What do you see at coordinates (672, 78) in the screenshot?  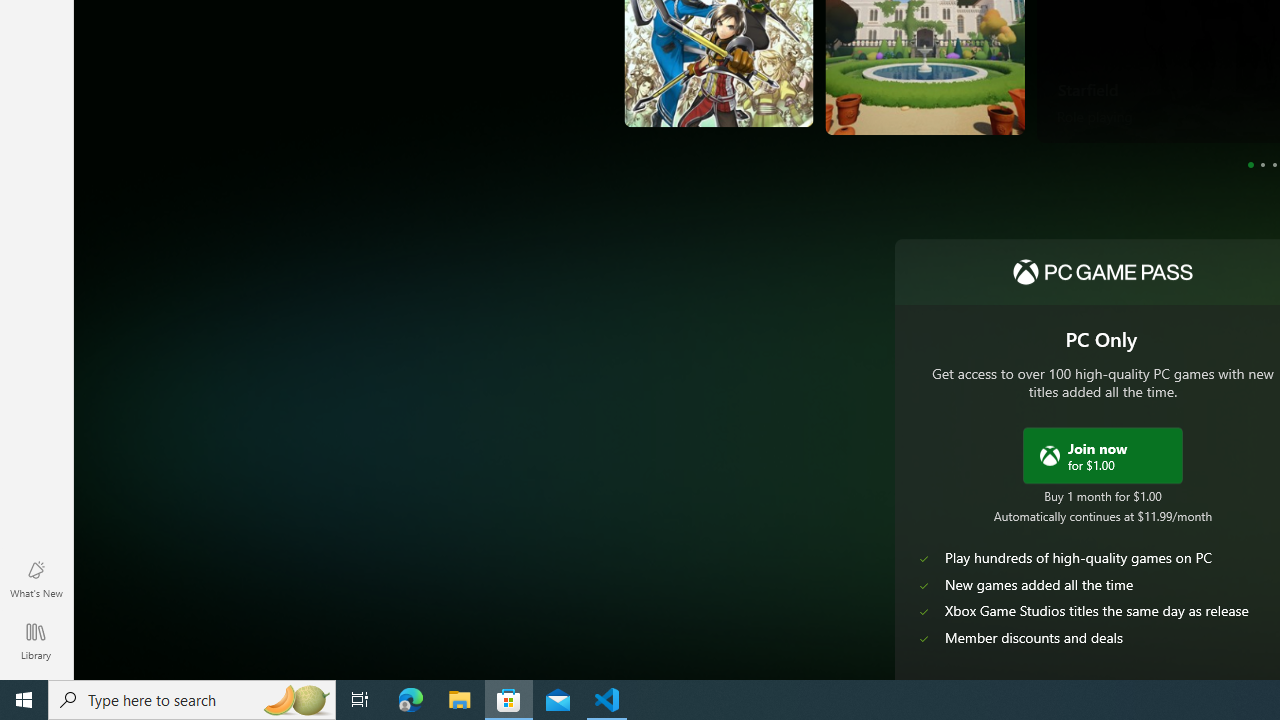 I see `'Eiyuden Chronicle: Hundred Heroes'` at bounding box center [672, 78].